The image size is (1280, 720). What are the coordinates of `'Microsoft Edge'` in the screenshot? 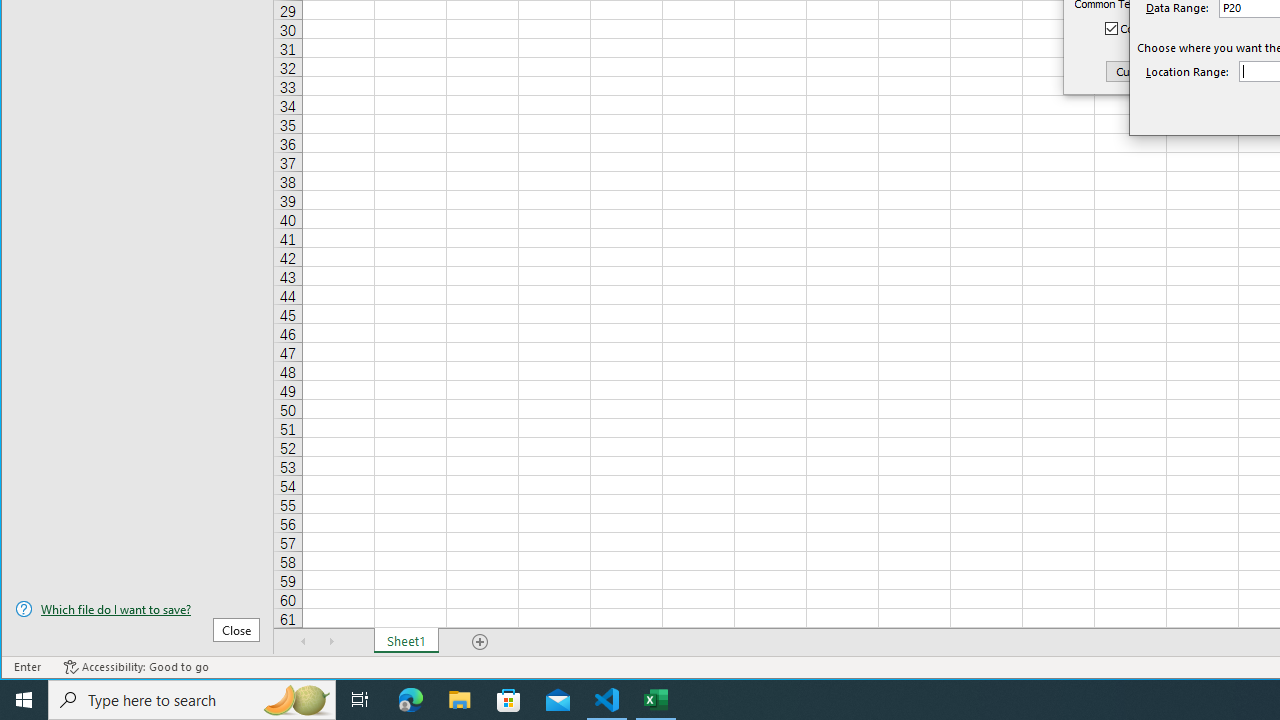 It's located at (410, 698).